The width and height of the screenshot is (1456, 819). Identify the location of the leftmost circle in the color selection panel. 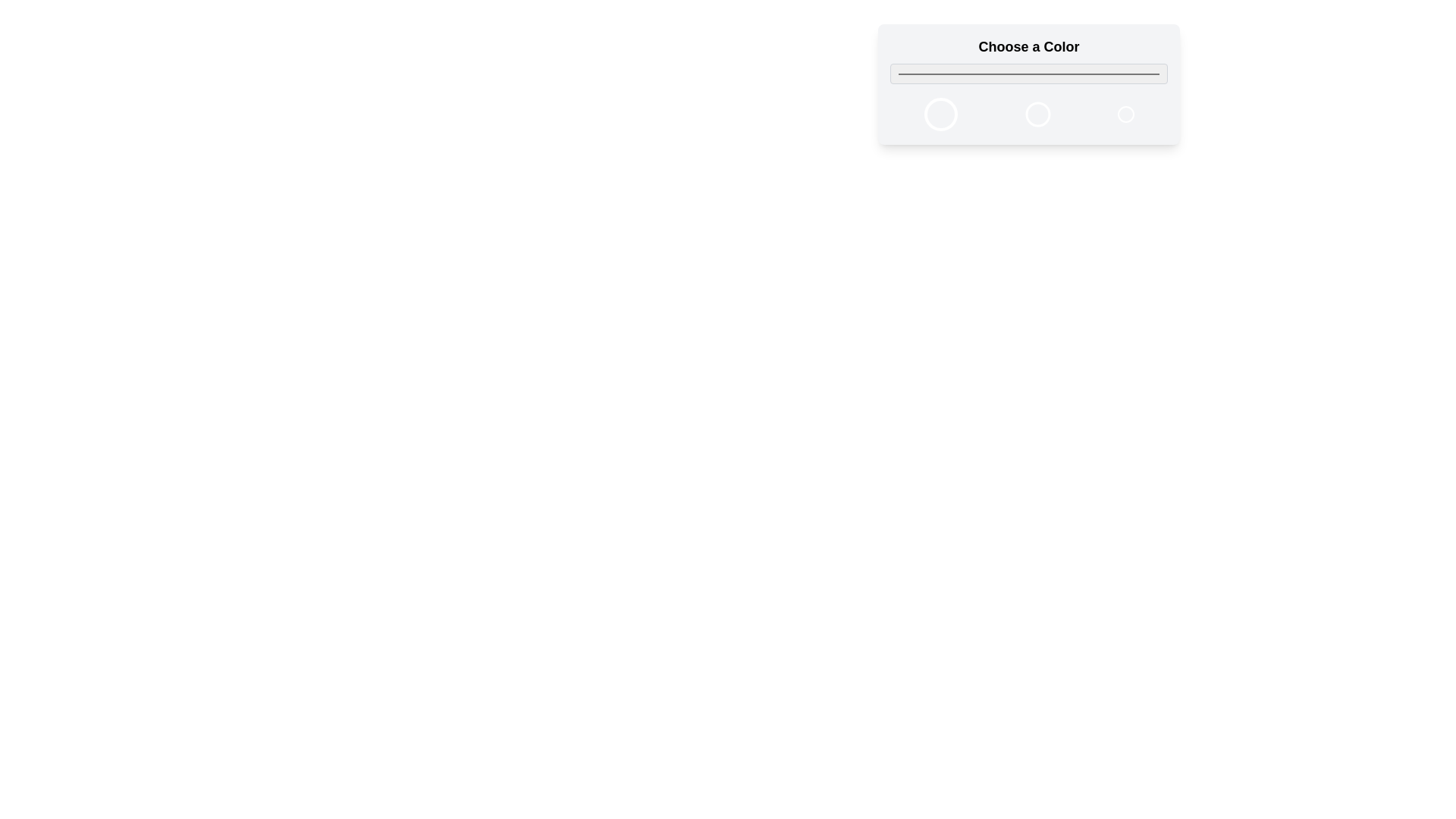
(940, 113).